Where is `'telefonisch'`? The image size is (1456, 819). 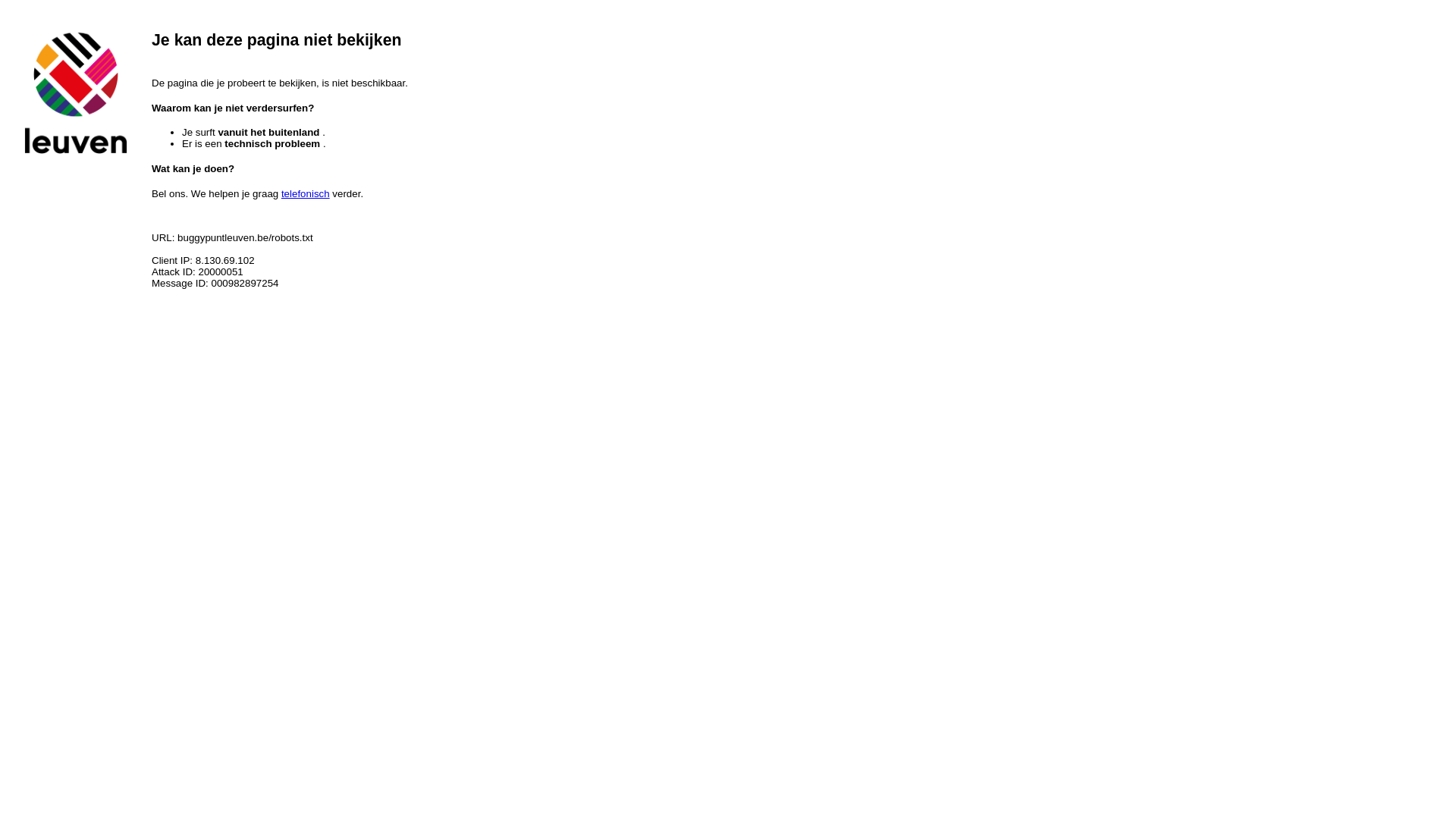
'telefonisch' is located at coordinates (305, 193).